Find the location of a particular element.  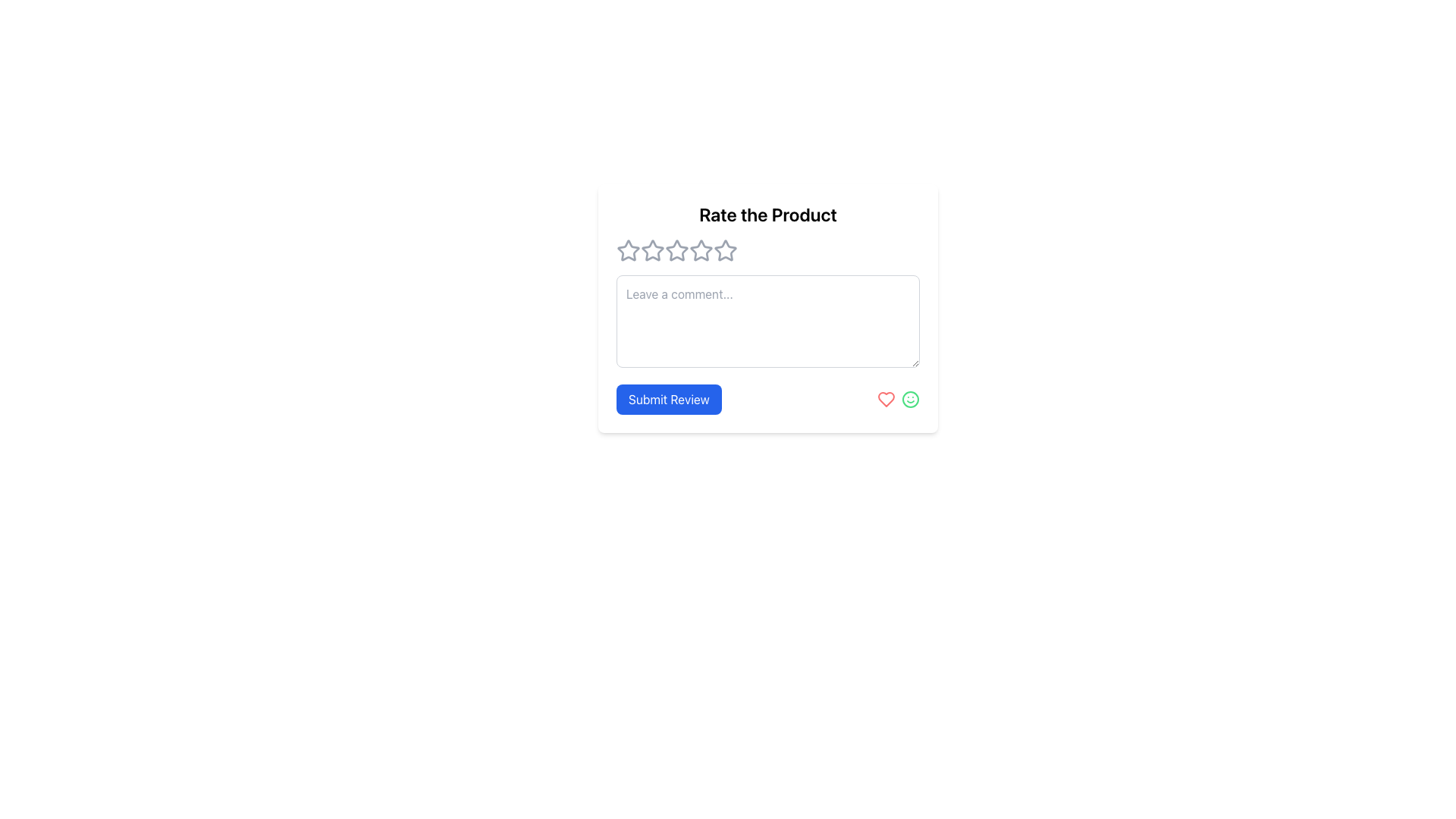

the fifth star icon in the rating system to indicate a 5-star rating is located at coordinates (724, 250).